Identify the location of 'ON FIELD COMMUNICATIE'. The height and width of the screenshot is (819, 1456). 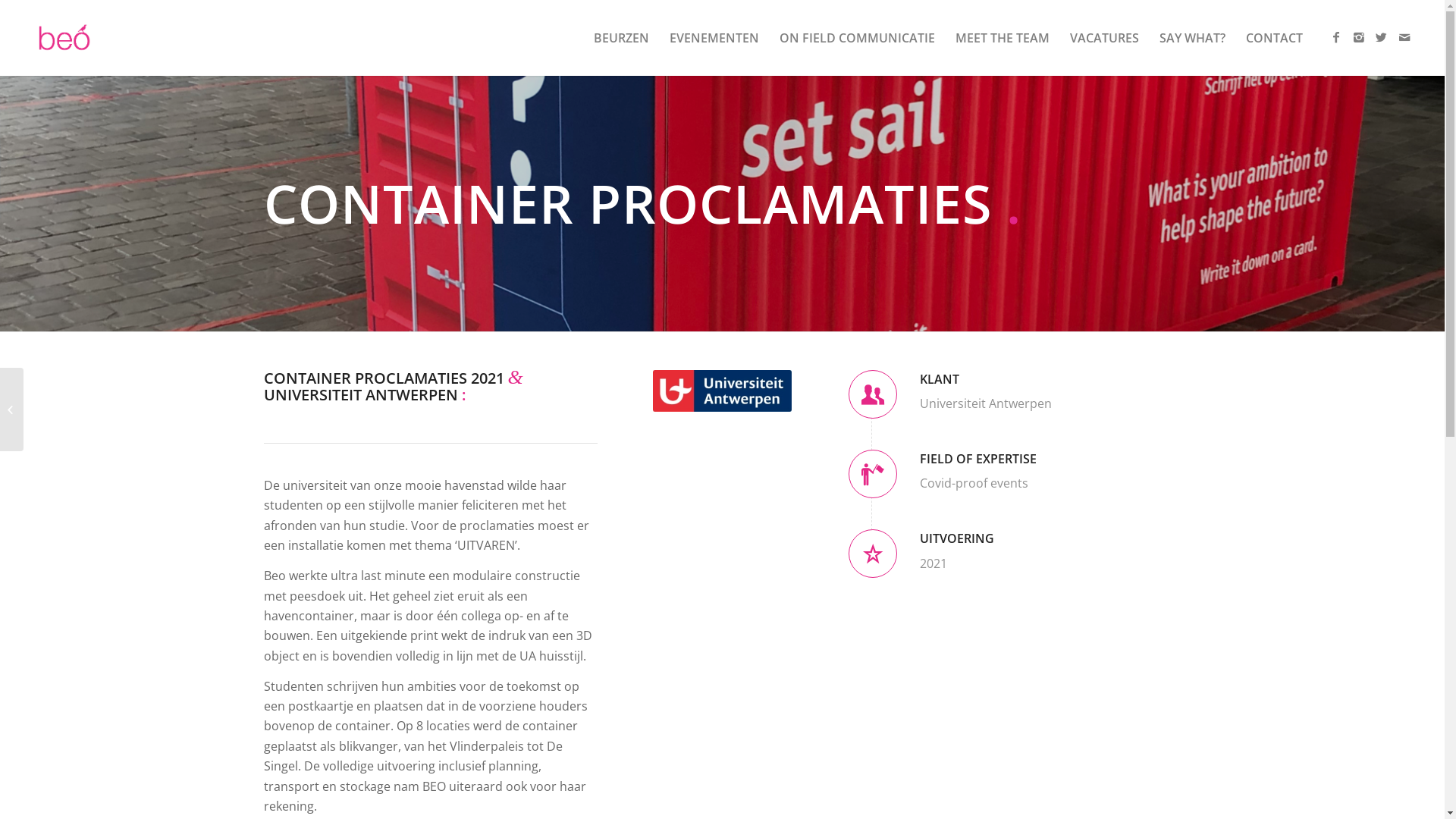
(856, 37).